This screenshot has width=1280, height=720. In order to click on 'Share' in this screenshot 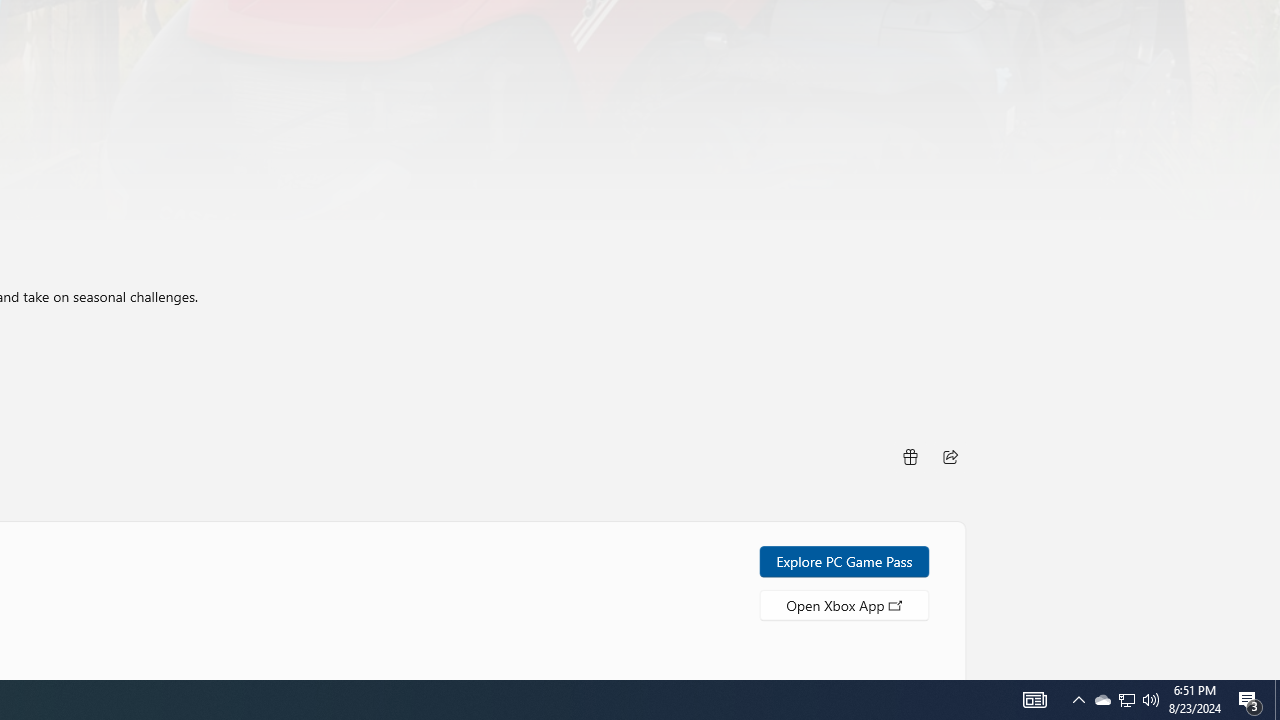, I will do `click(949, 456)`.